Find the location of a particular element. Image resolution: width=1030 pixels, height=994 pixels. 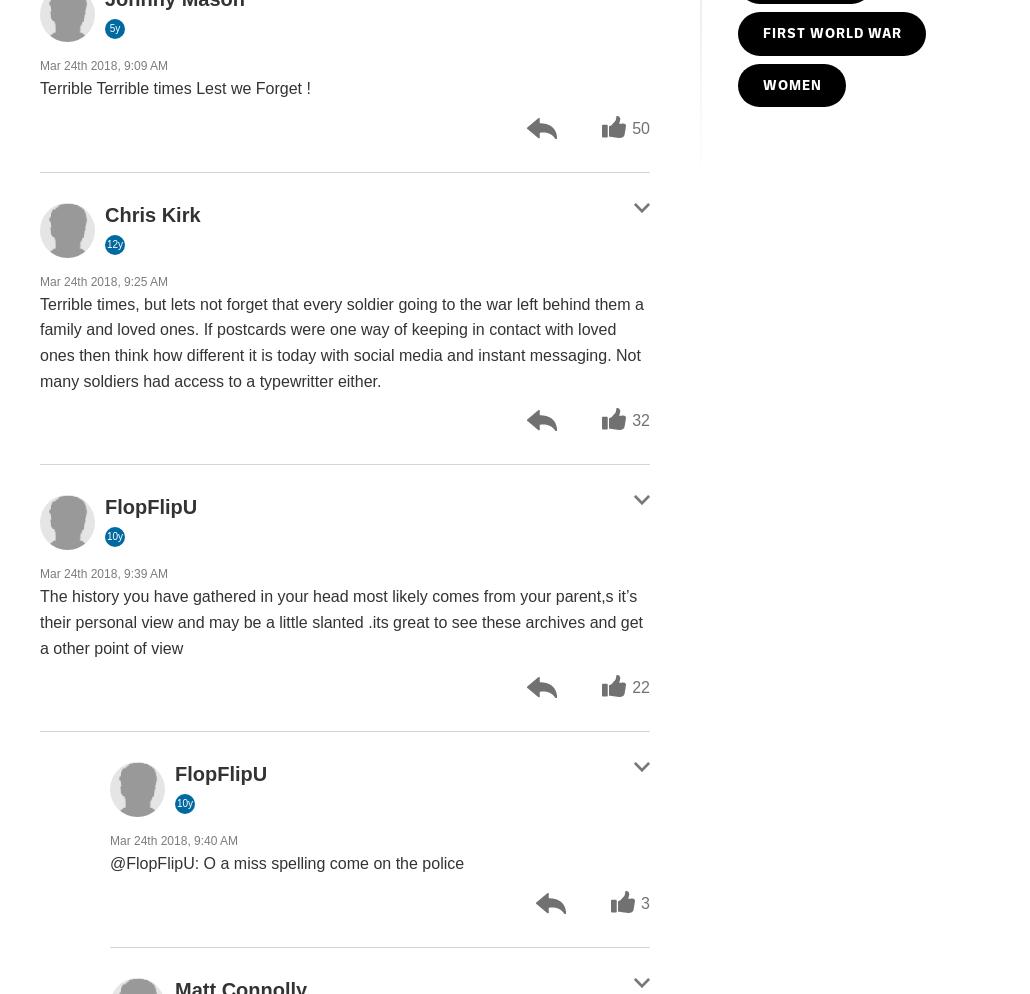

'The history you have gathered in your head most likely comes from your parent,s it’s their personal view and may be a little slanted .its great to see these archives and get a other point of view' is located at coordinates (39, 621).